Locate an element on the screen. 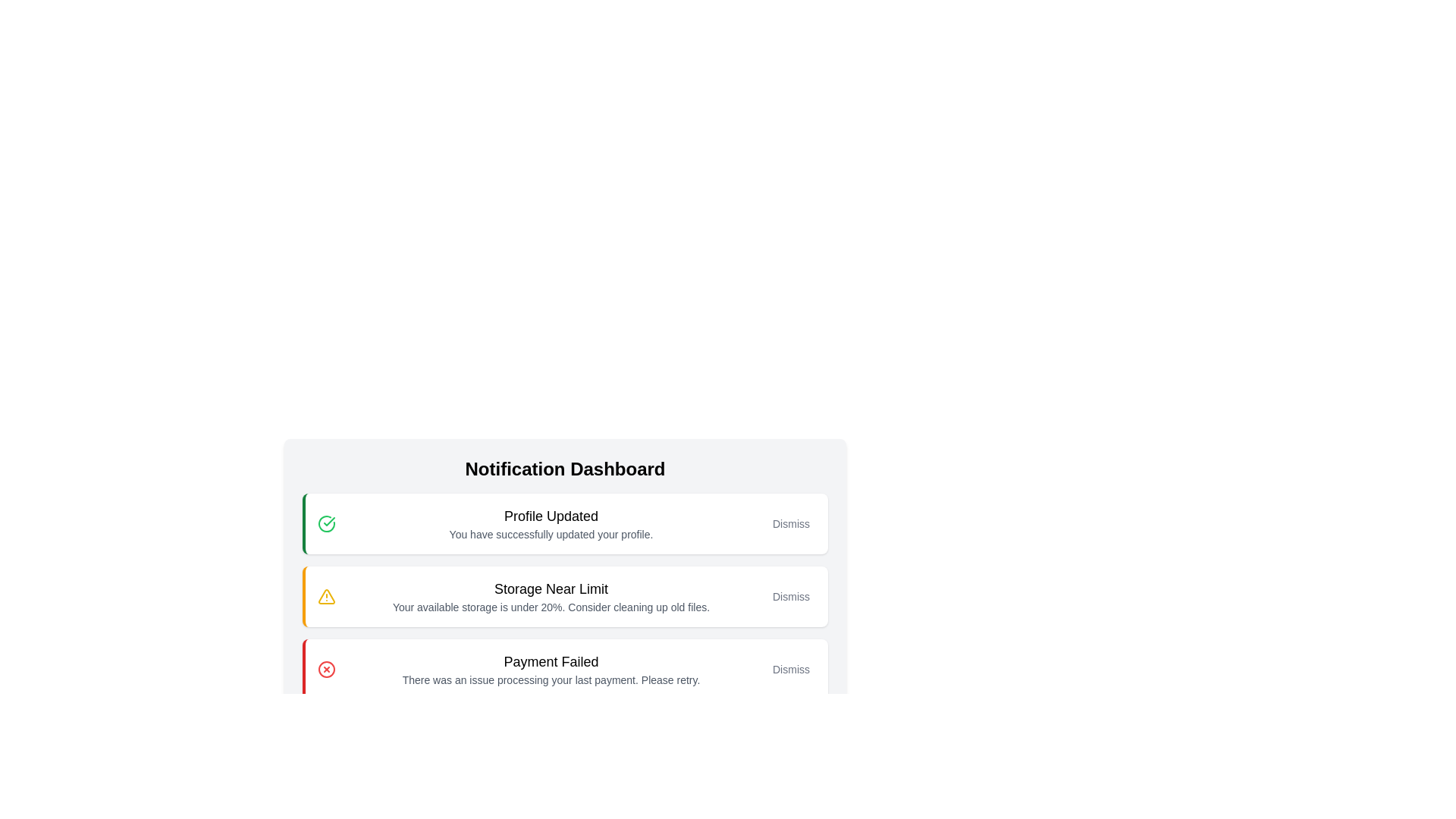 The height and width of the screenshot is (819, 1456). the Notification component that informs the user about storage nearing its limit, which includes a dismiss button, for emphasis is located at coordinates (564, 614).